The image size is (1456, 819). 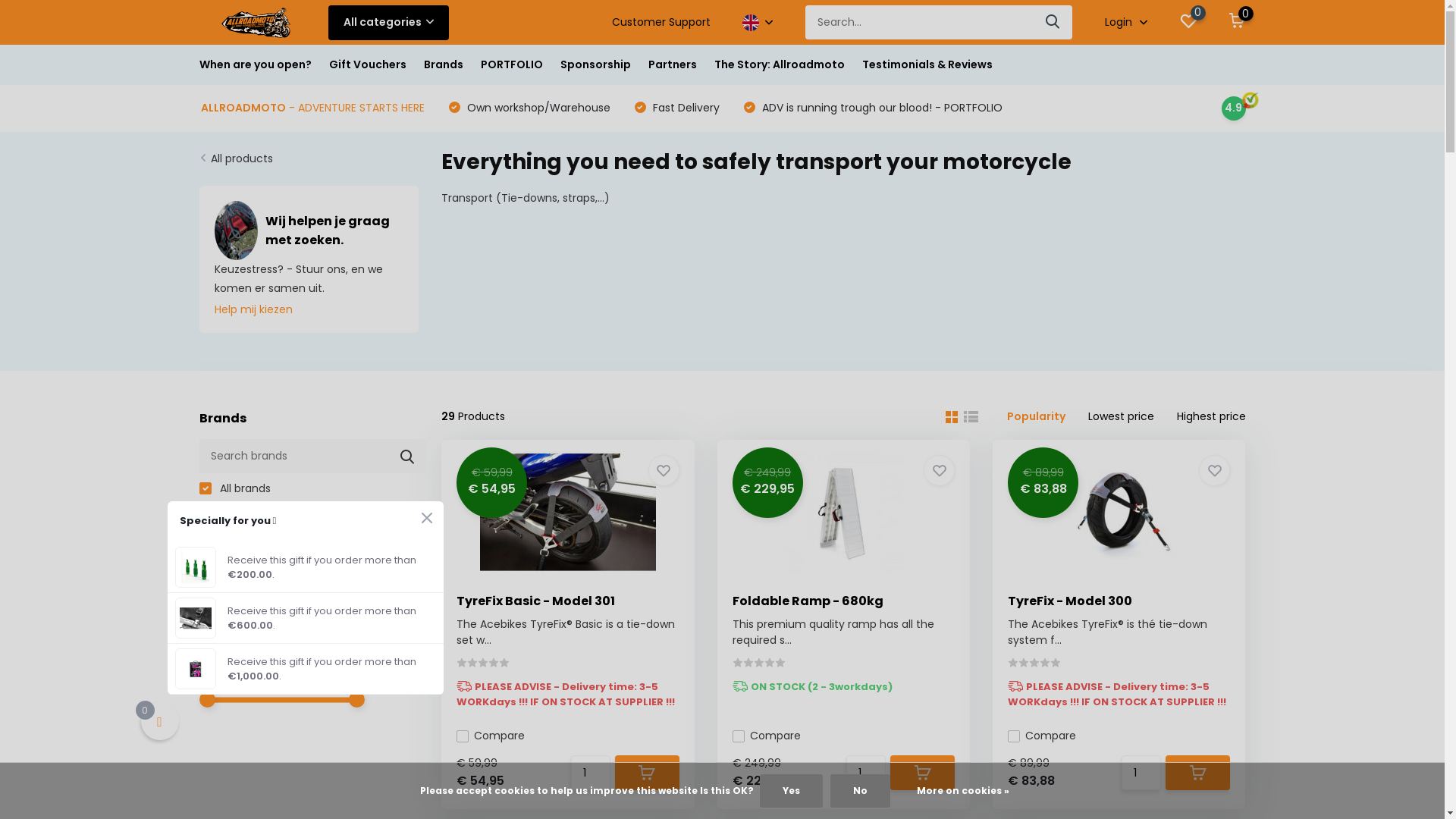 I want to click on 'Gift Vouchers', so click(x=367, y=64).